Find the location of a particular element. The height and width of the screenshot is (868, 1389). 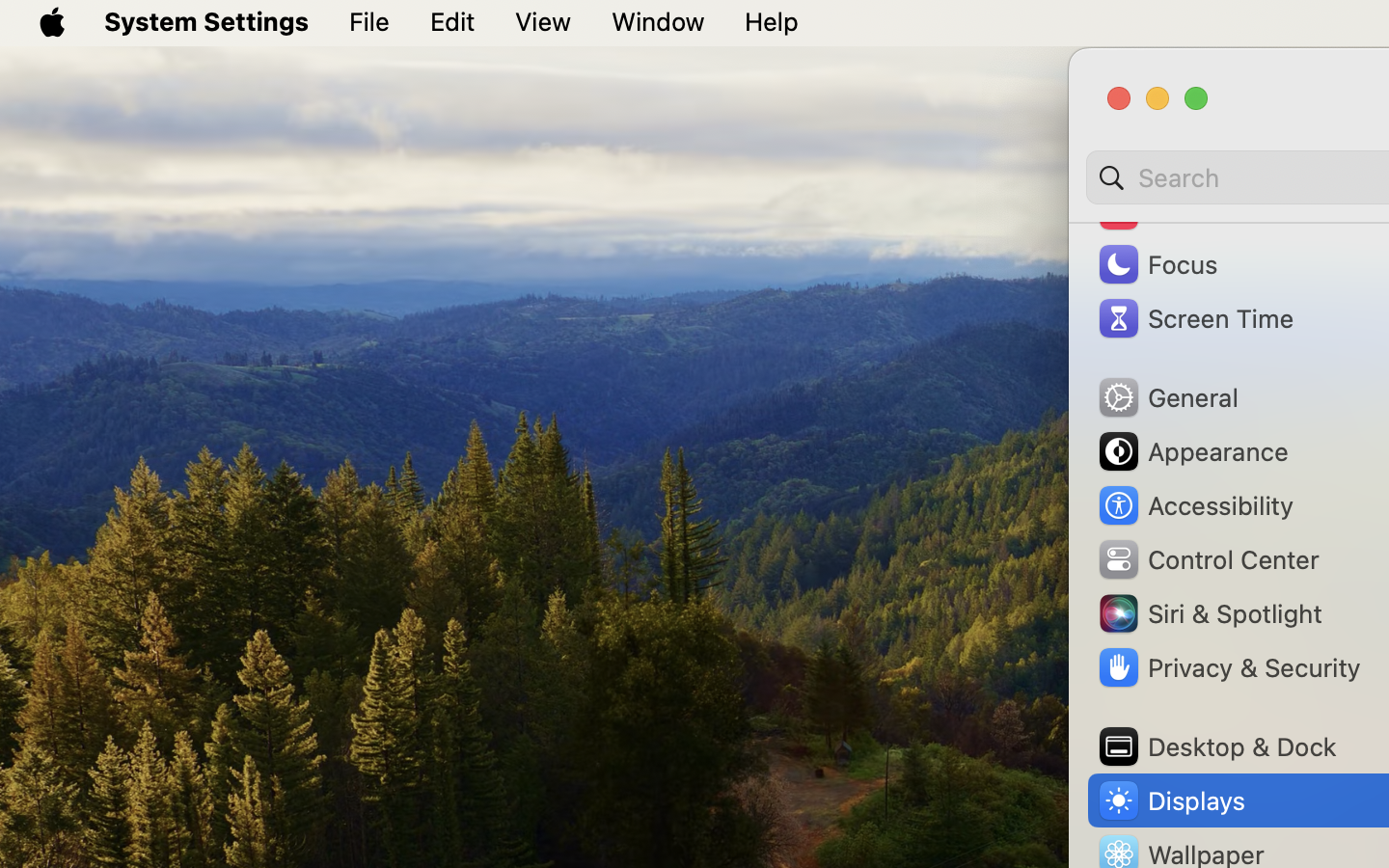

'Siri & Spotlight' is located at coordinates (1207, 613).